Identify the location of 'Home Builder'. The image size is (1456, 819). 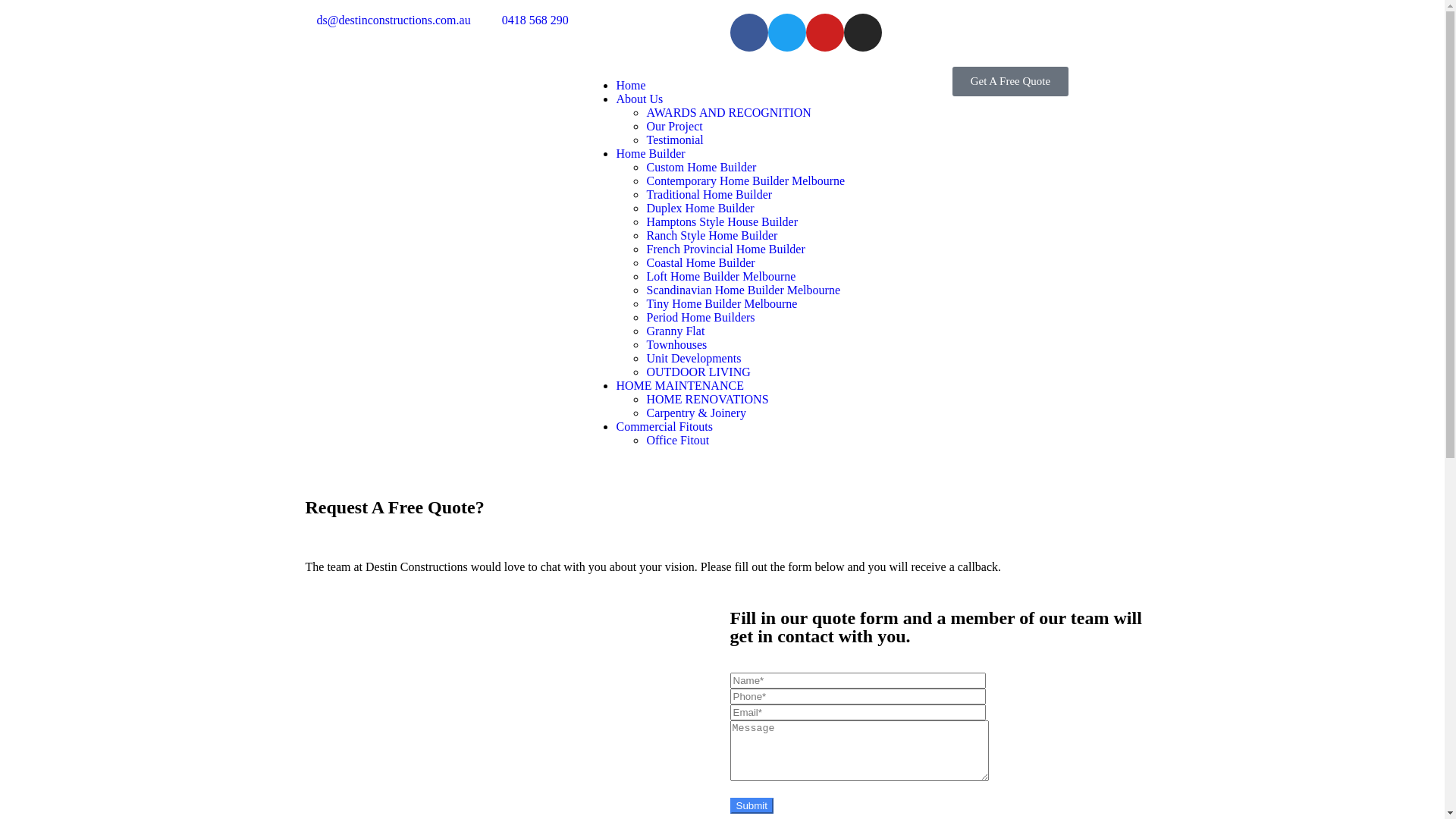
(650, 153).